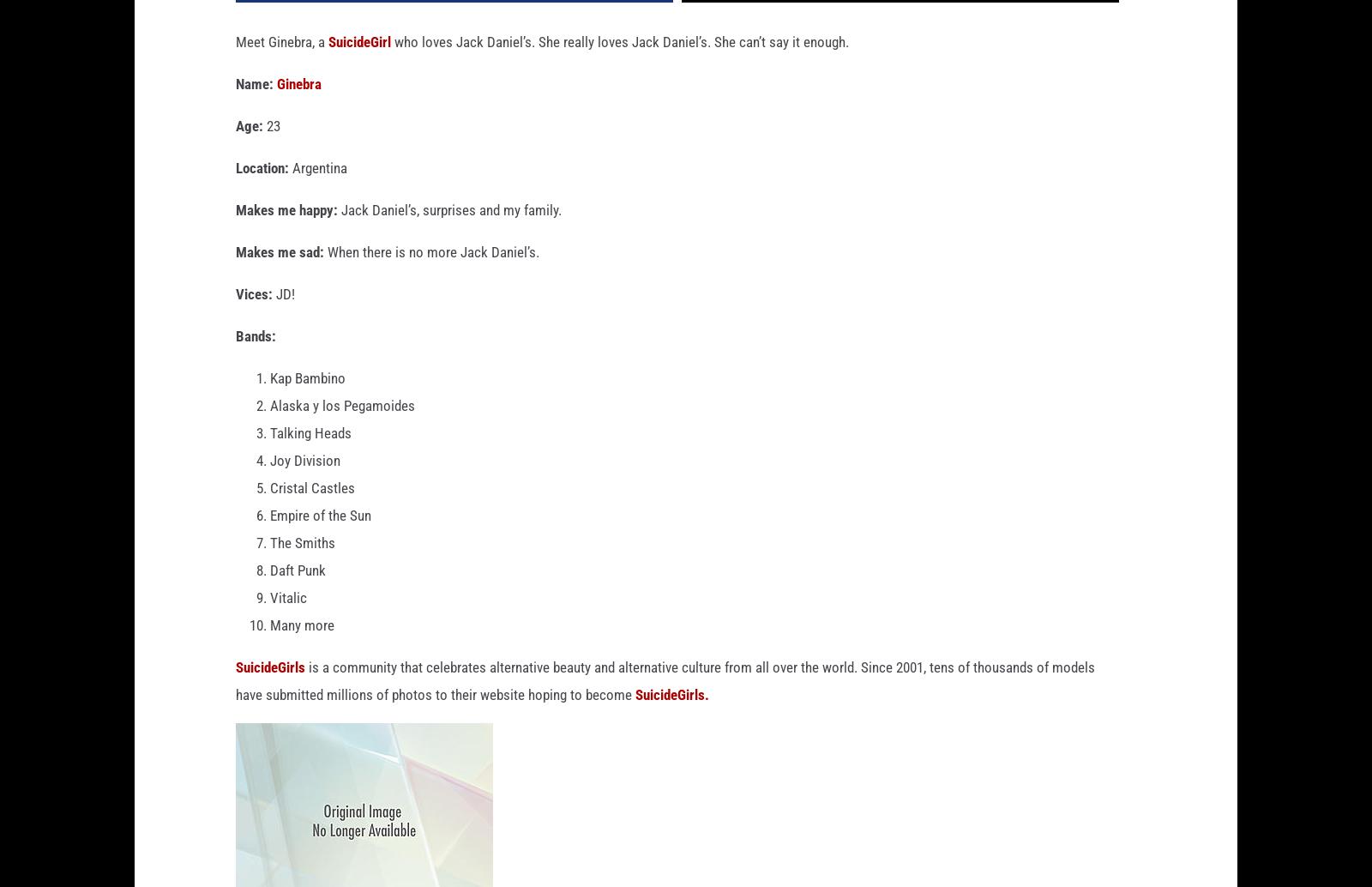 The height and width of the screenshot is (887, 1372). Describe the element at coordinates (286, 237) in the screenshot. I see `'Makes me happy:'` at that location.